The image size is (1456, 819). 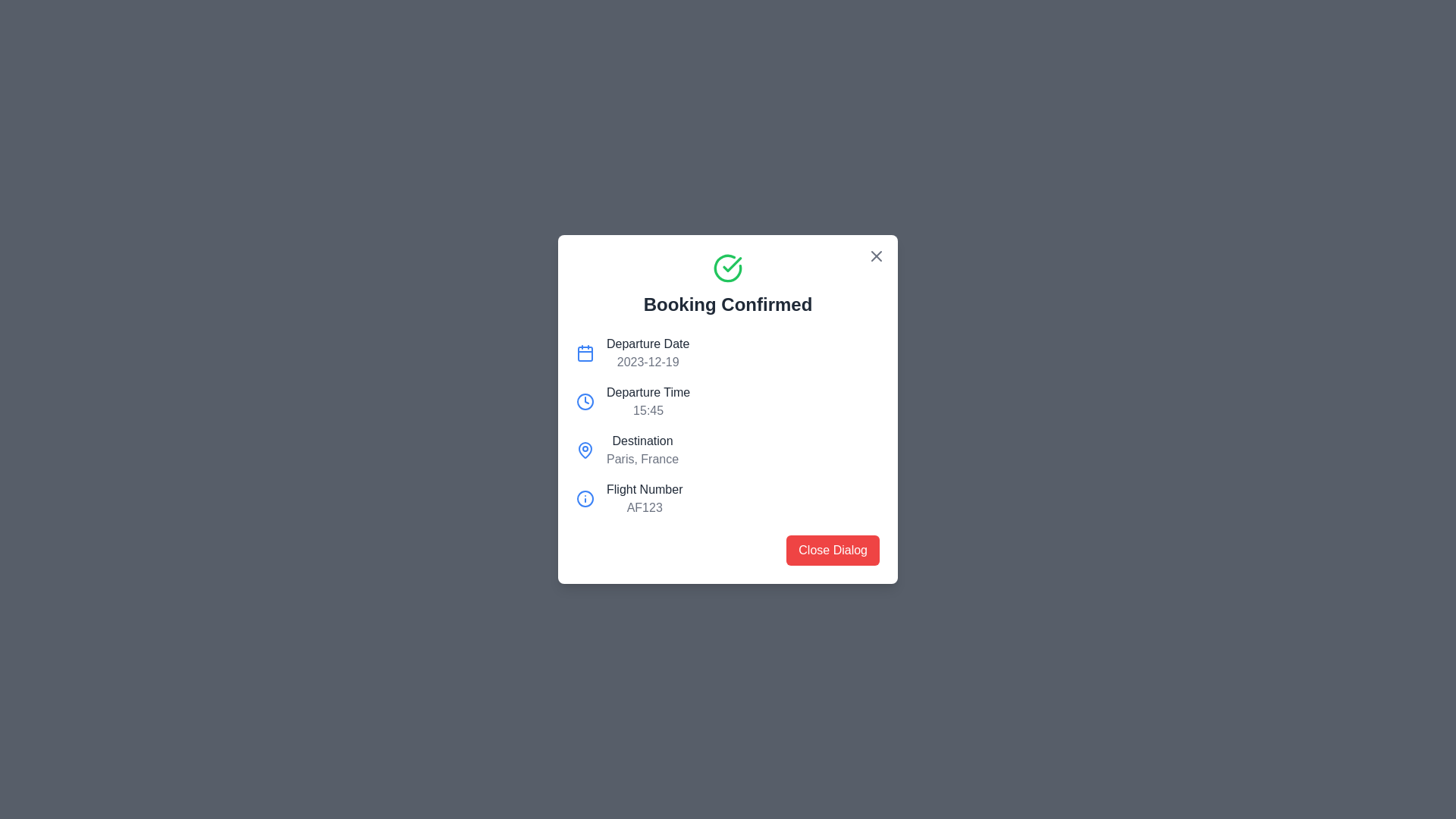 What do you see at coordinates (585, 400) in the screenshot?
I see `the clock icon located to the left of the 'Departure Time' label within the confirmation dialog box` at bounding box center [585, 400].